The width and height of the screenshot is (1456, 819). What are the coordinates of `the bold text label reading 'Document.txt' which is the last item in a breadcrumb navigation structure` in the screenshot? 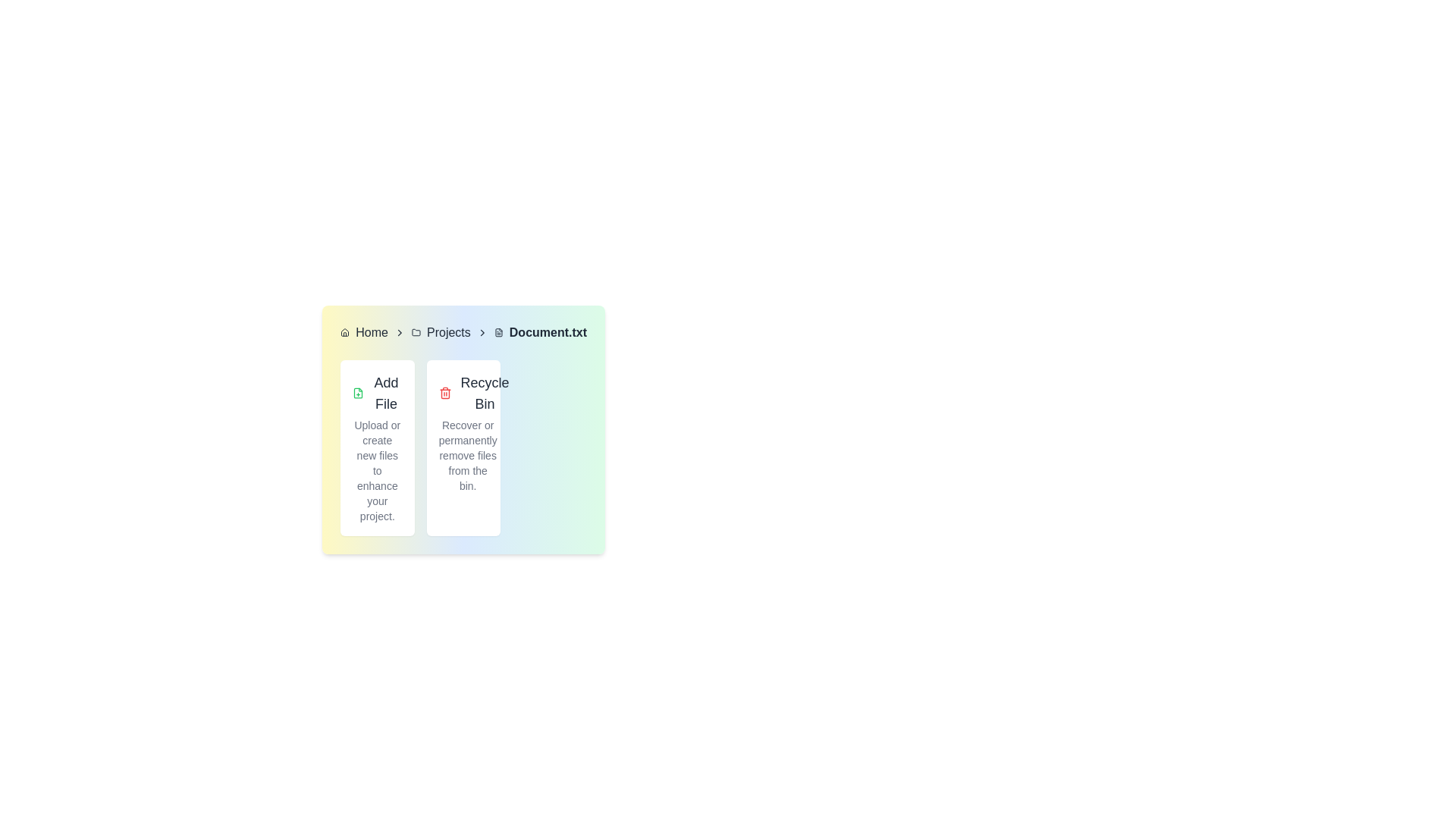 It's located at (547, 332).